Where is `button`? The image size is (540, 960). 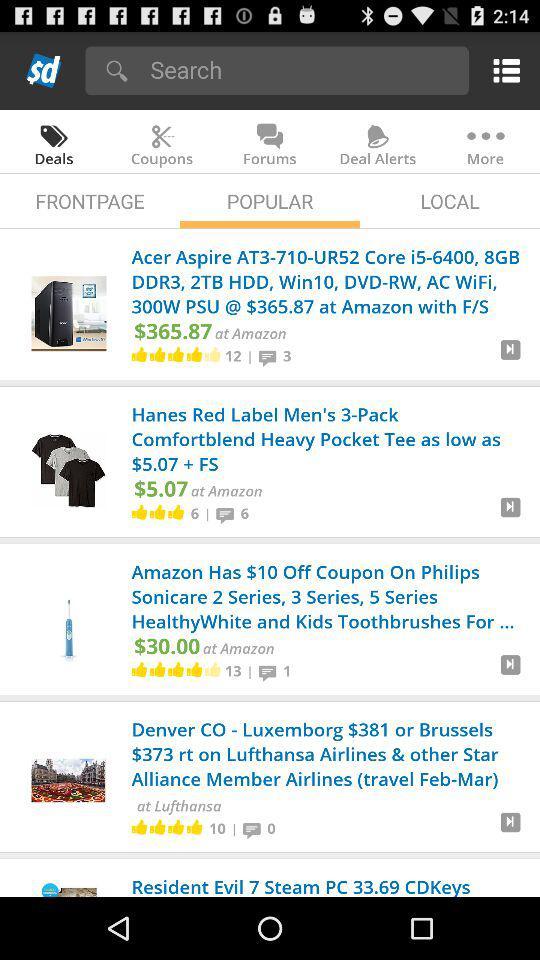 button is located at coordinates (510, 357).